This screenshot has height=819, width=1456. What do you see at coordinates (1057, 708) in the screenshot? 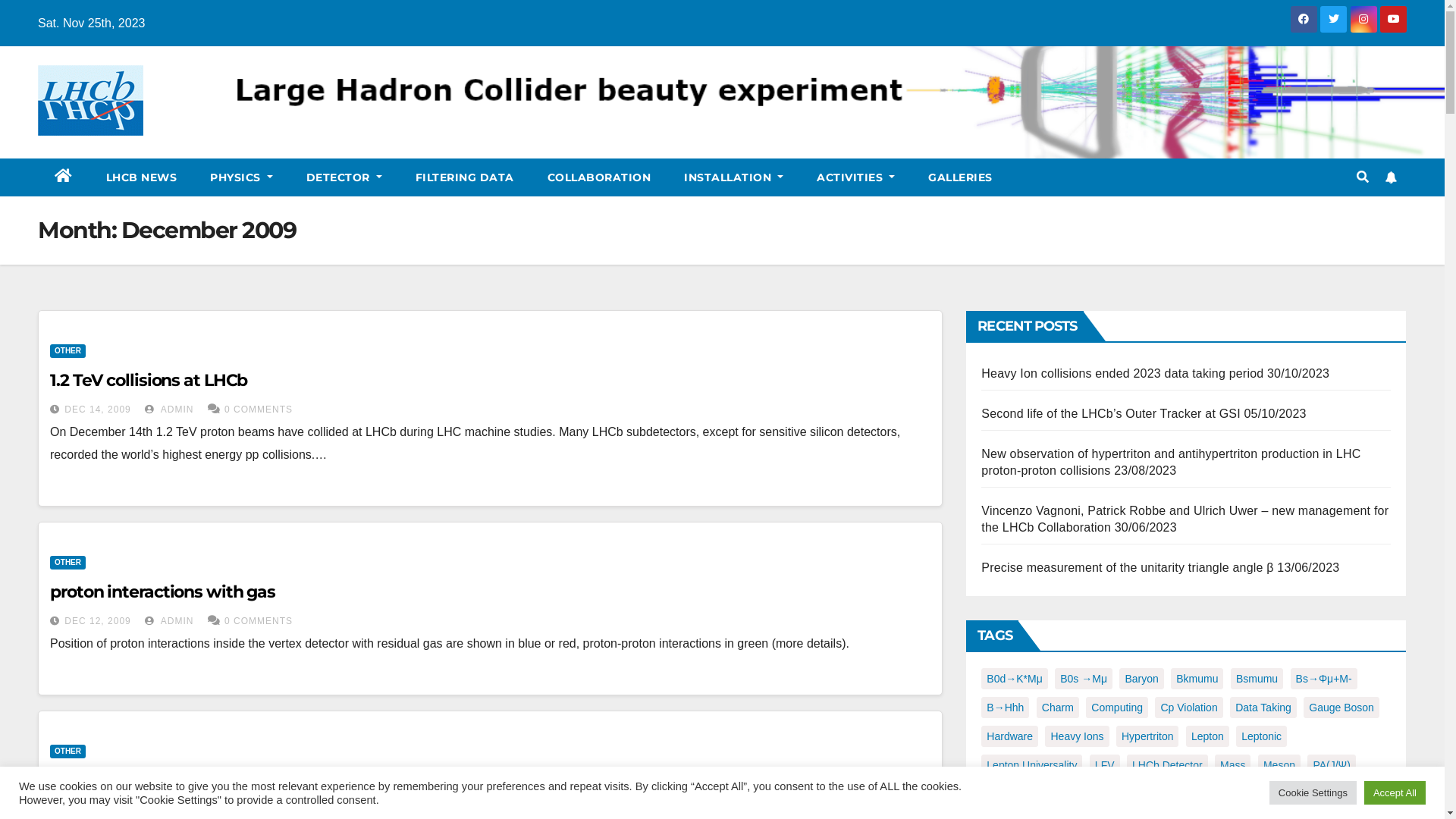
I see `'Charm'` at bounding box center [1057, 708].